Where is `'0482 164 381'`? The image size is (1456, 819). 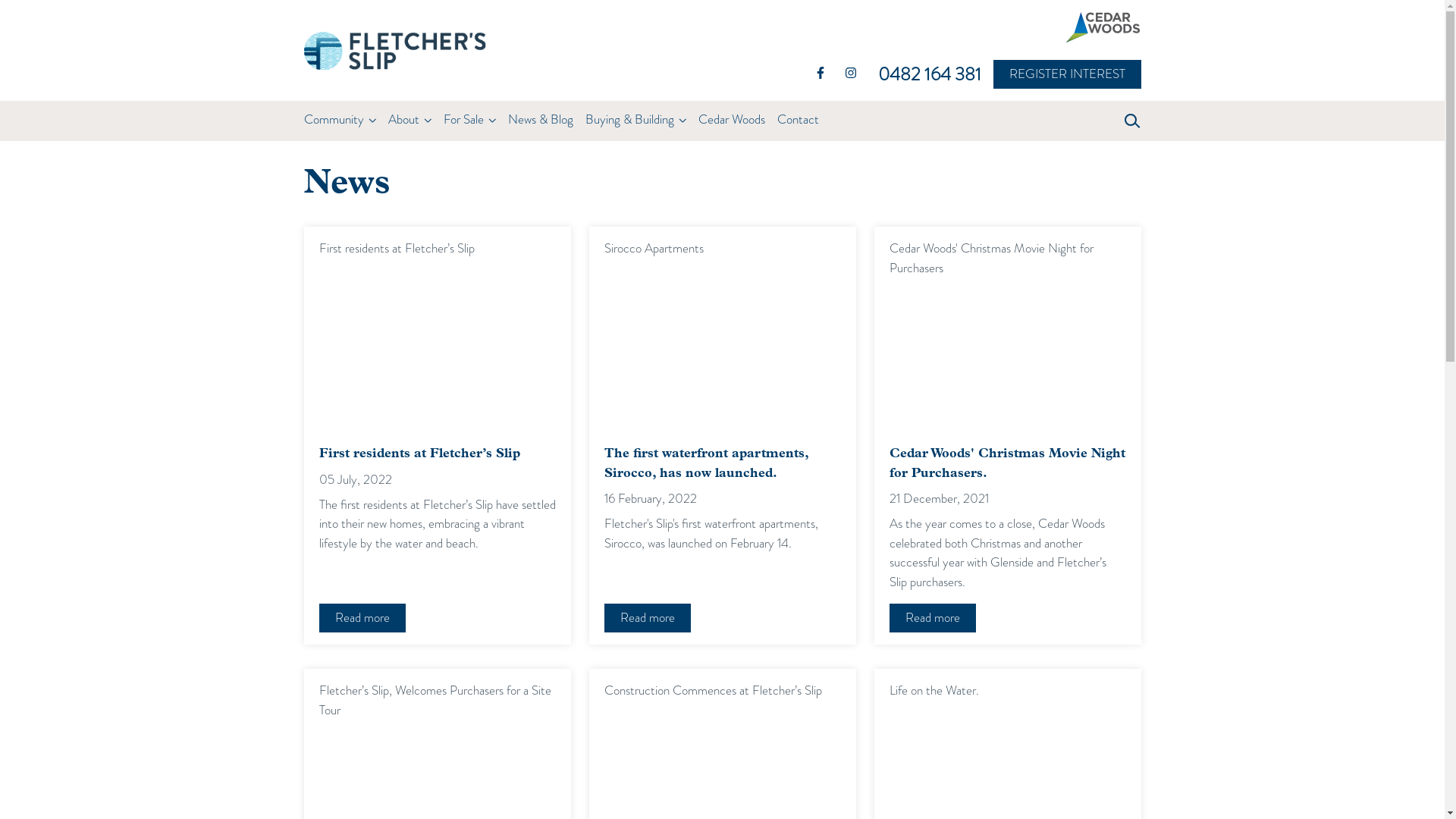
'0482 164 381' is located at coordinates (934, 74).